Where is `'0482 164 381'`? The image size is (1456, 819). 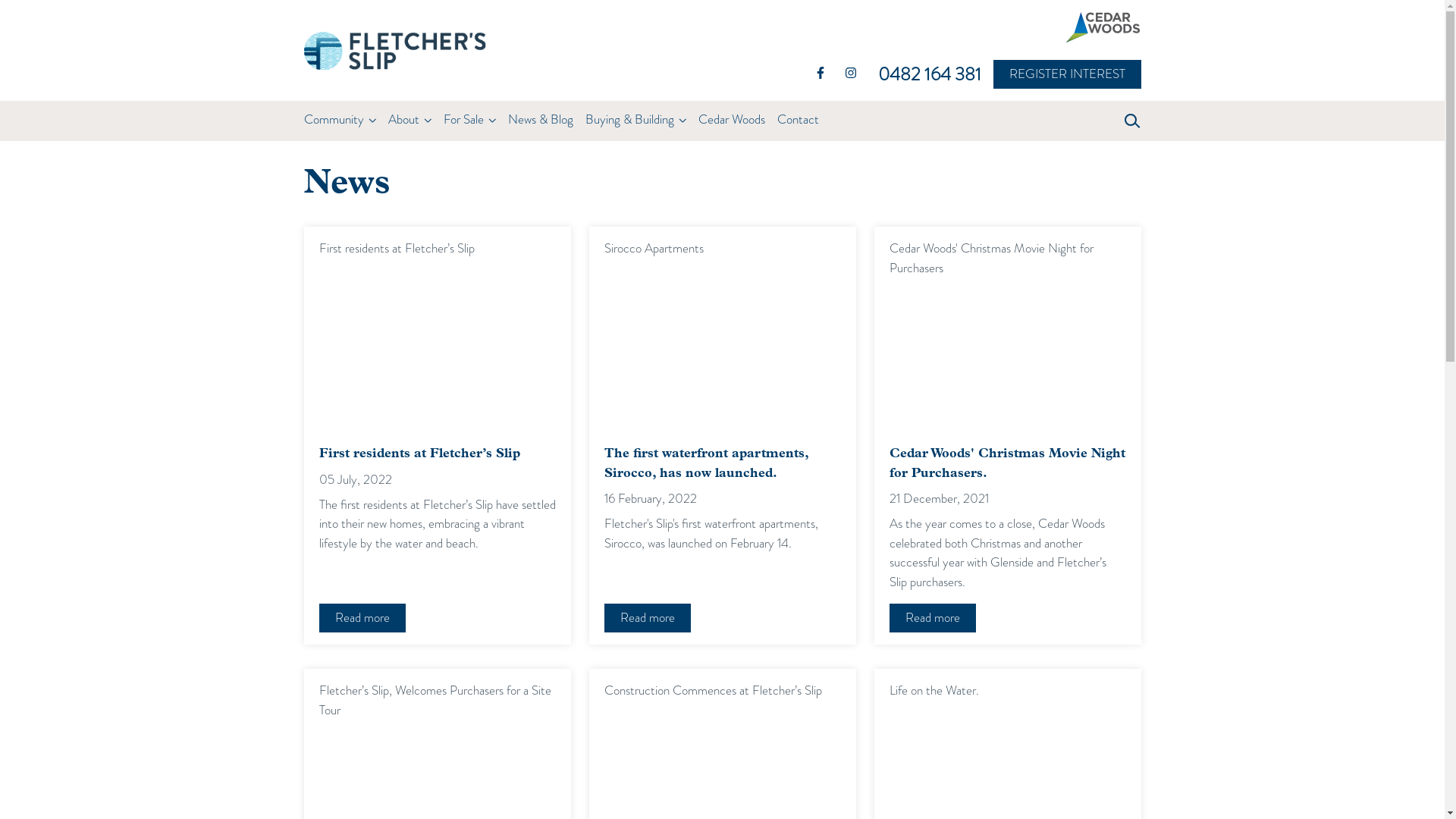
'0482 164 381' is located at coordinates (934, 74).